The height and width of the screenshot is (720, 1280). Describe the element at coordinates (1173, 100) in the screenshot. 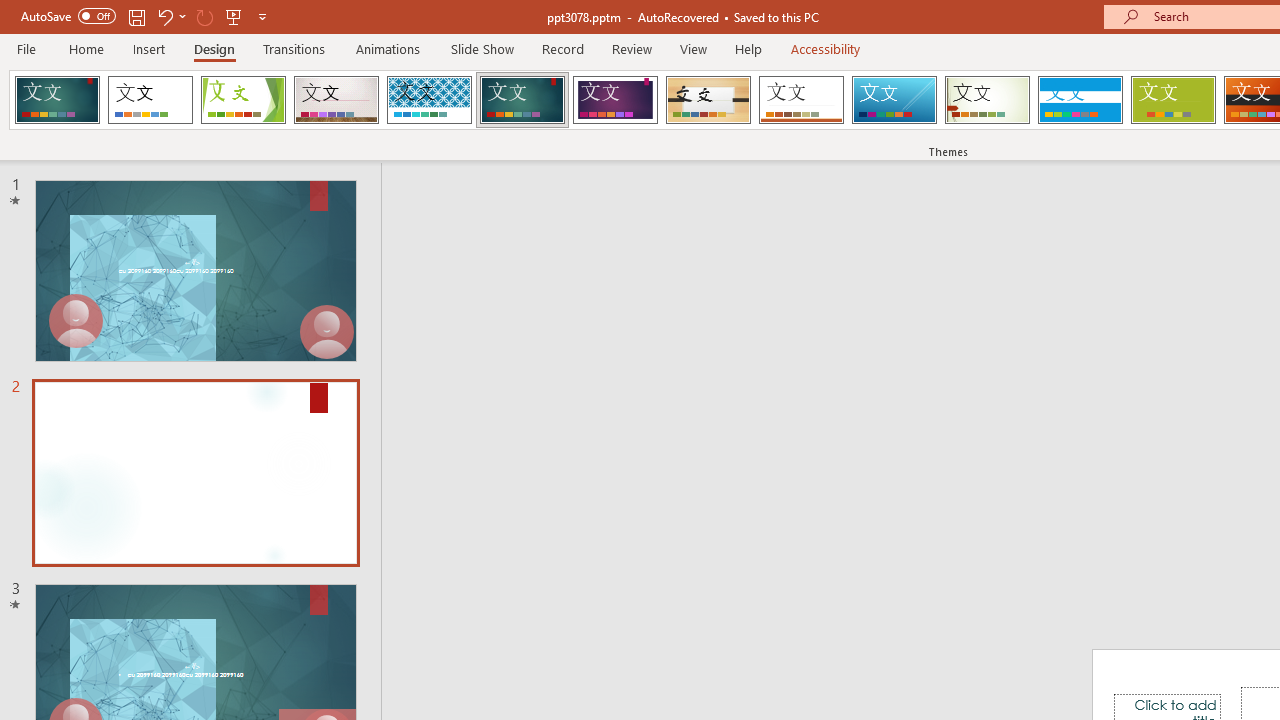

I see `'Basis'` at that location.